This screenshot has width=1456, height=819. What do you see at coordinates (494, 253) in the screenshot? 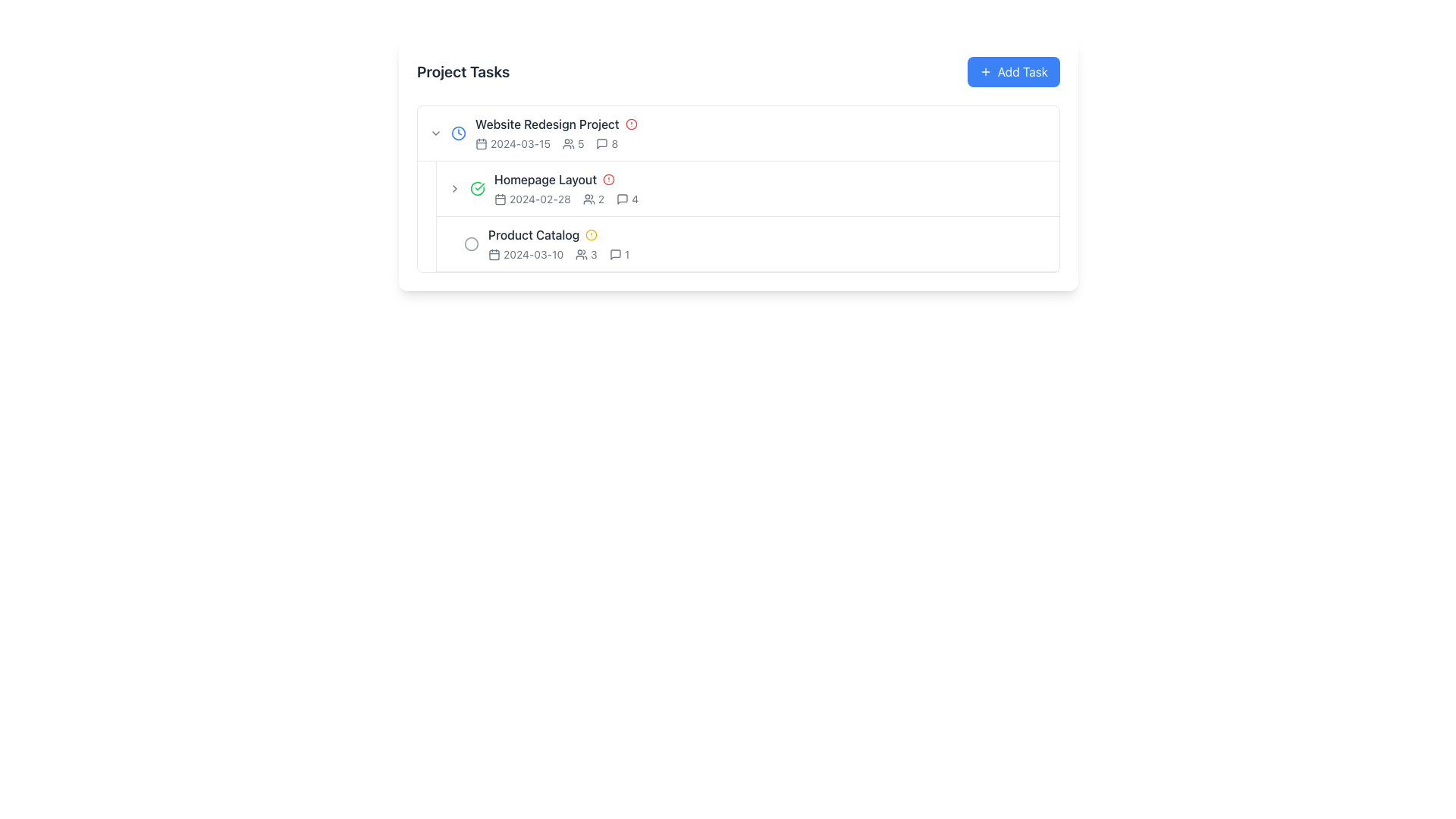
I see `the Calendar icon component located in the 'Product Catalog' row under the date '2024-03-10' in the 'Project Tasks' interface` at bounding box center [494, 253].